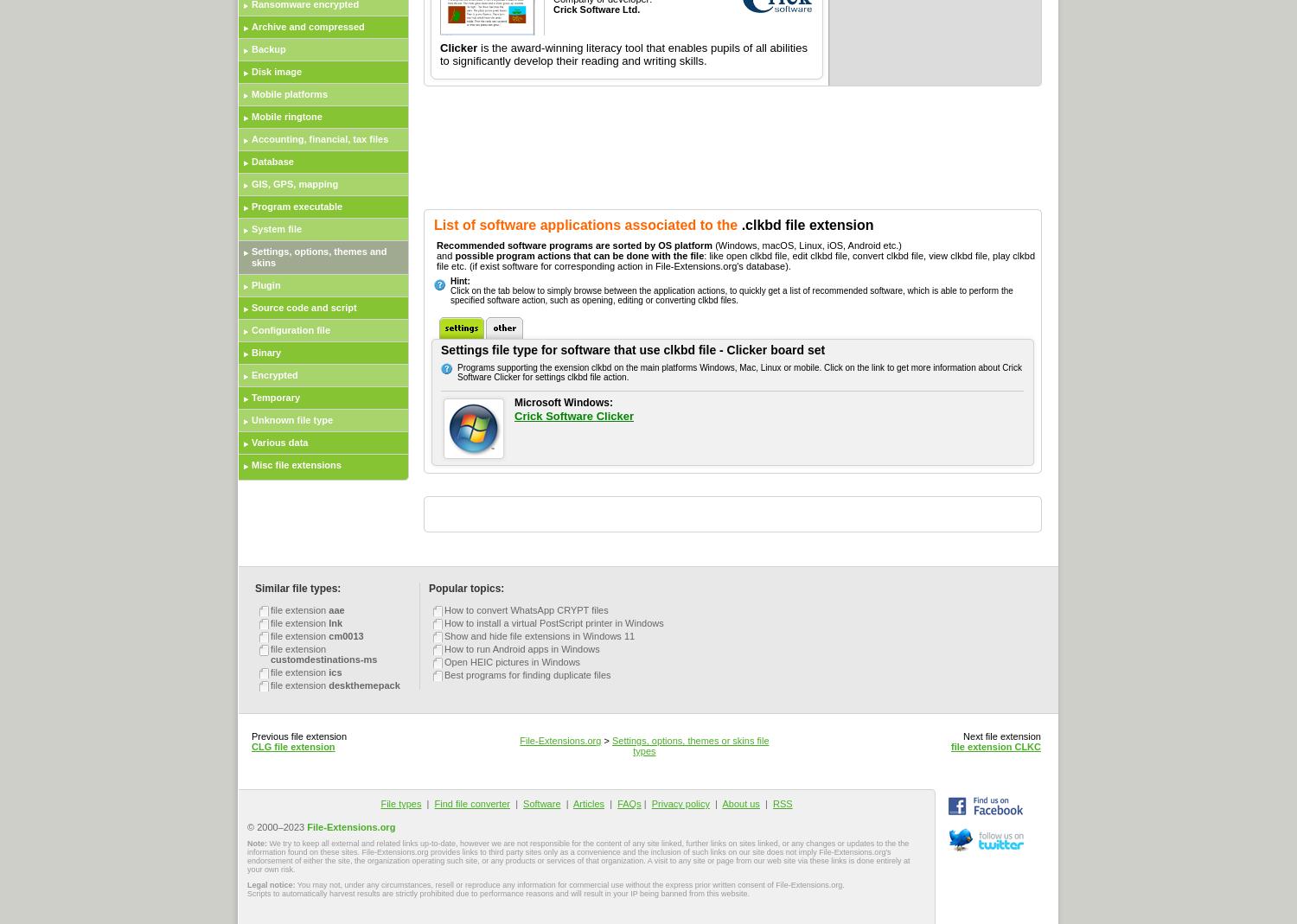 This screenshot has height=924, width=1297. What do you see at coordinates (458, 46) in the screenshot?
I see `'Clicker'` at bounding box center [458, 46].